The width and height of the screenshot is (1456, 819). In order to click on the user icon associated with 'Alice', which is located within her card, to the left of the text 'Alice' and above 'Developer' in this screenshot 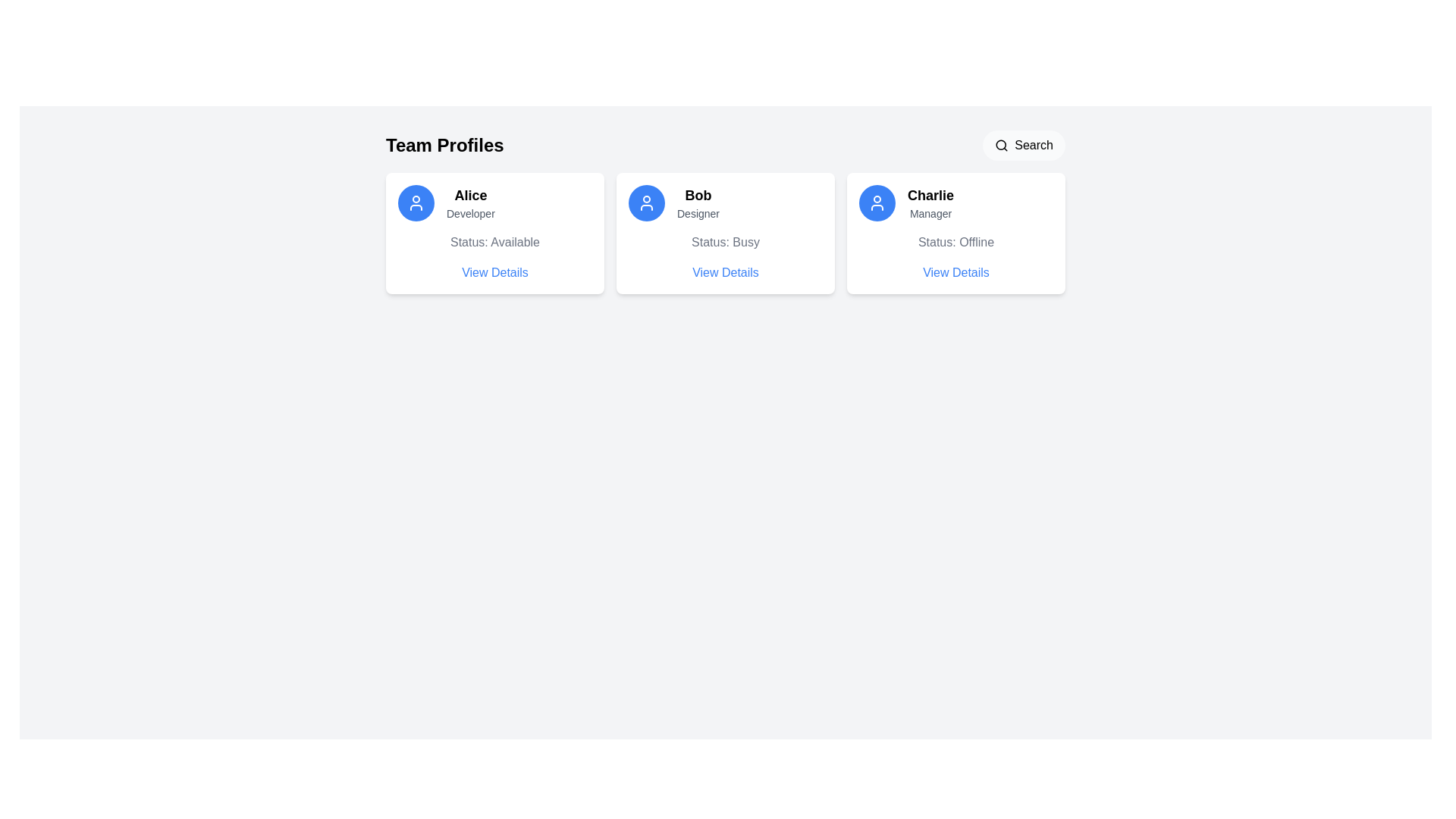, I will do `click(416, 202)`.